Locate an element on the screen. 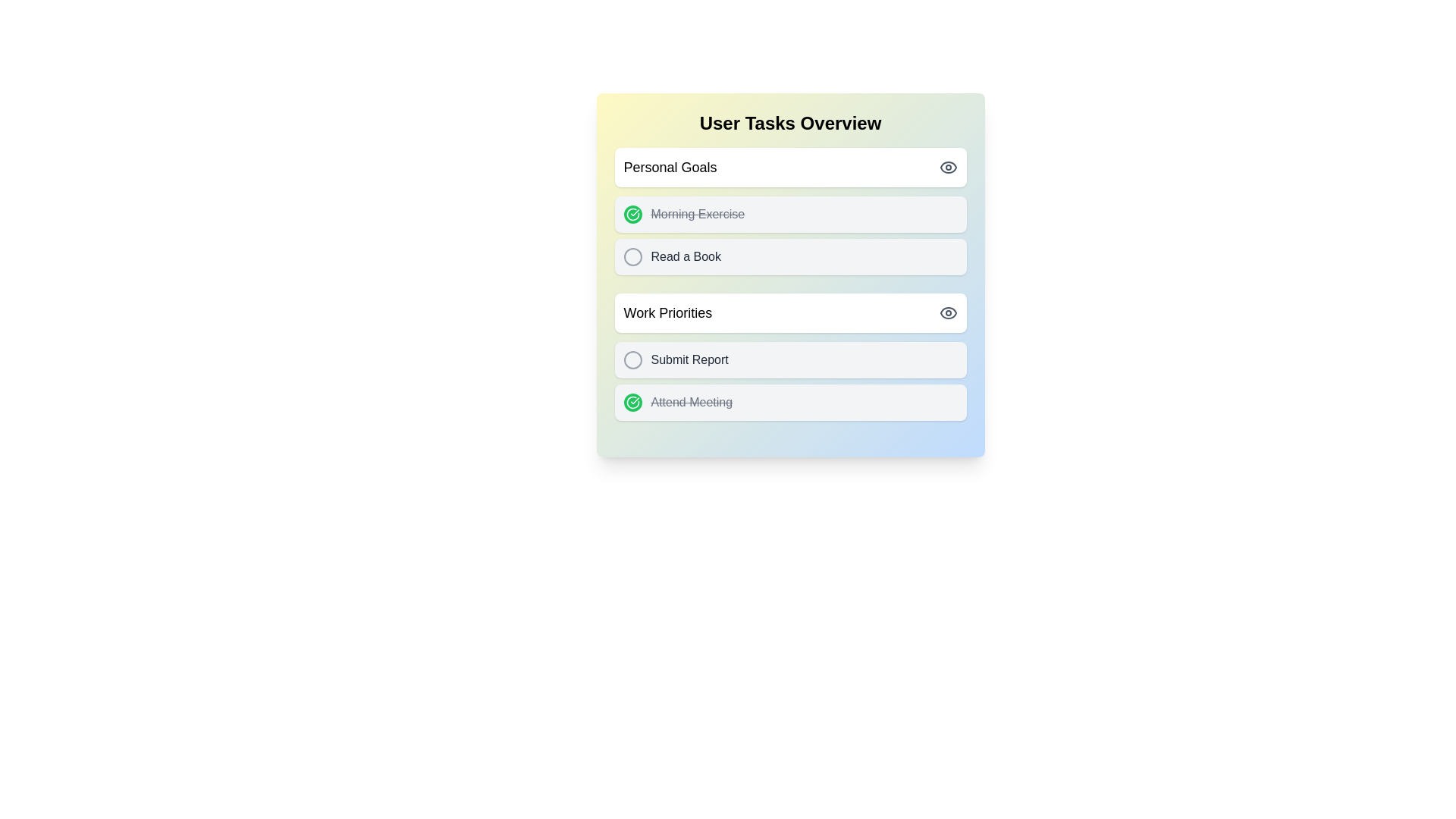  the completion icon for the 'Morning Exercise' task located in the 'Personal Goals' section is located at coordinates (632, 214).